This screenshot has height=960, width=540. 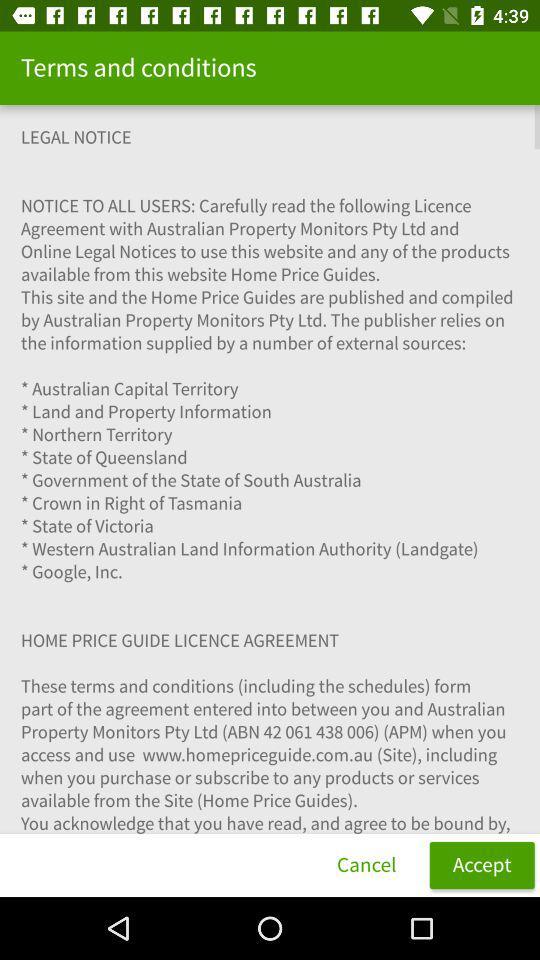 What do you see at coordinates (481, 864) in the screenshot?
I see `item below the legal notice` at bounding box center [481, 864].